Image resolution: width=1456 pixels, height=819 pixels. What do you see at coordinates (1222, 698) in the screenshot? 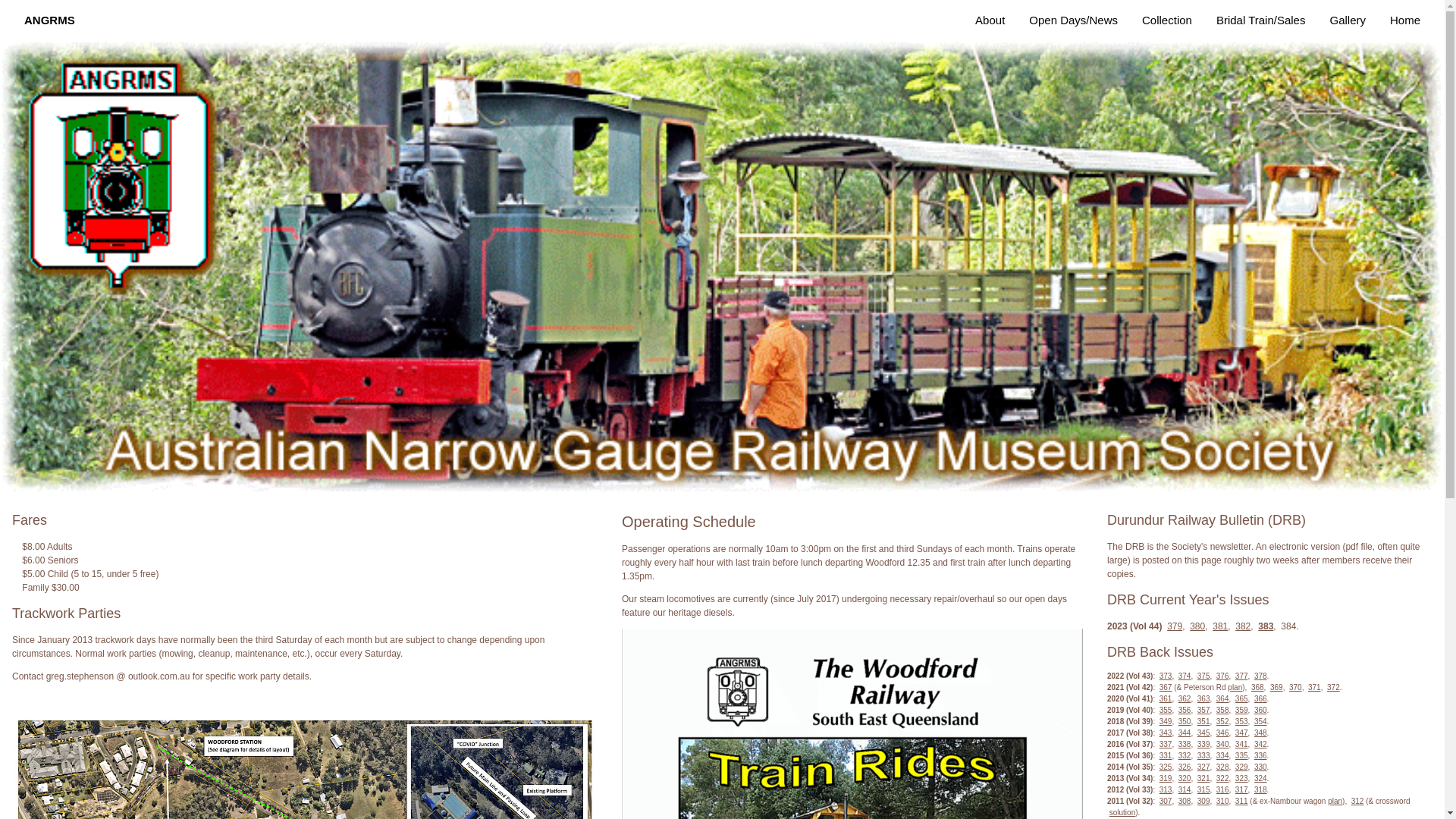
I see `'364'` at bounding box center [1222, 698].